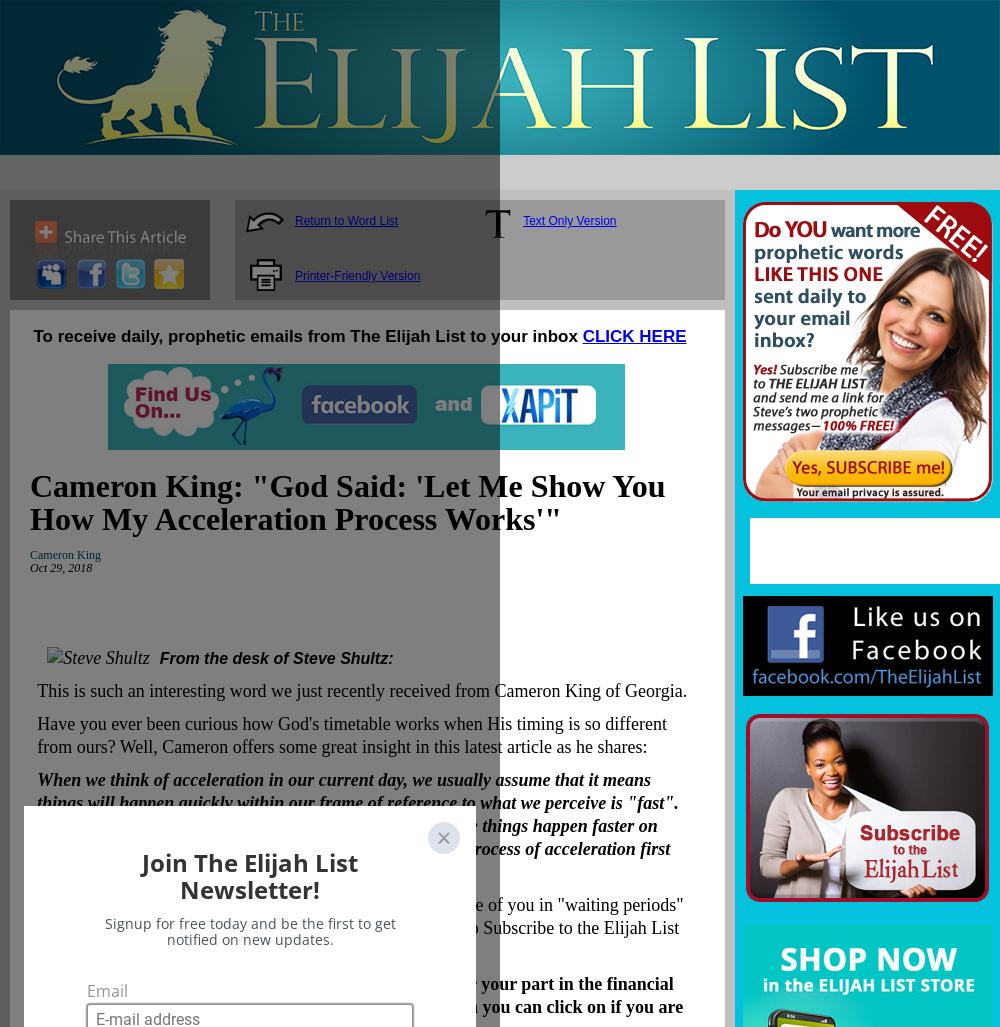 This screenshot has width=1000, height=1027. What do you see at coordinates (30, 553) in the screenshot?
I see `'Cameron King'` at bounding box center [30, 553].